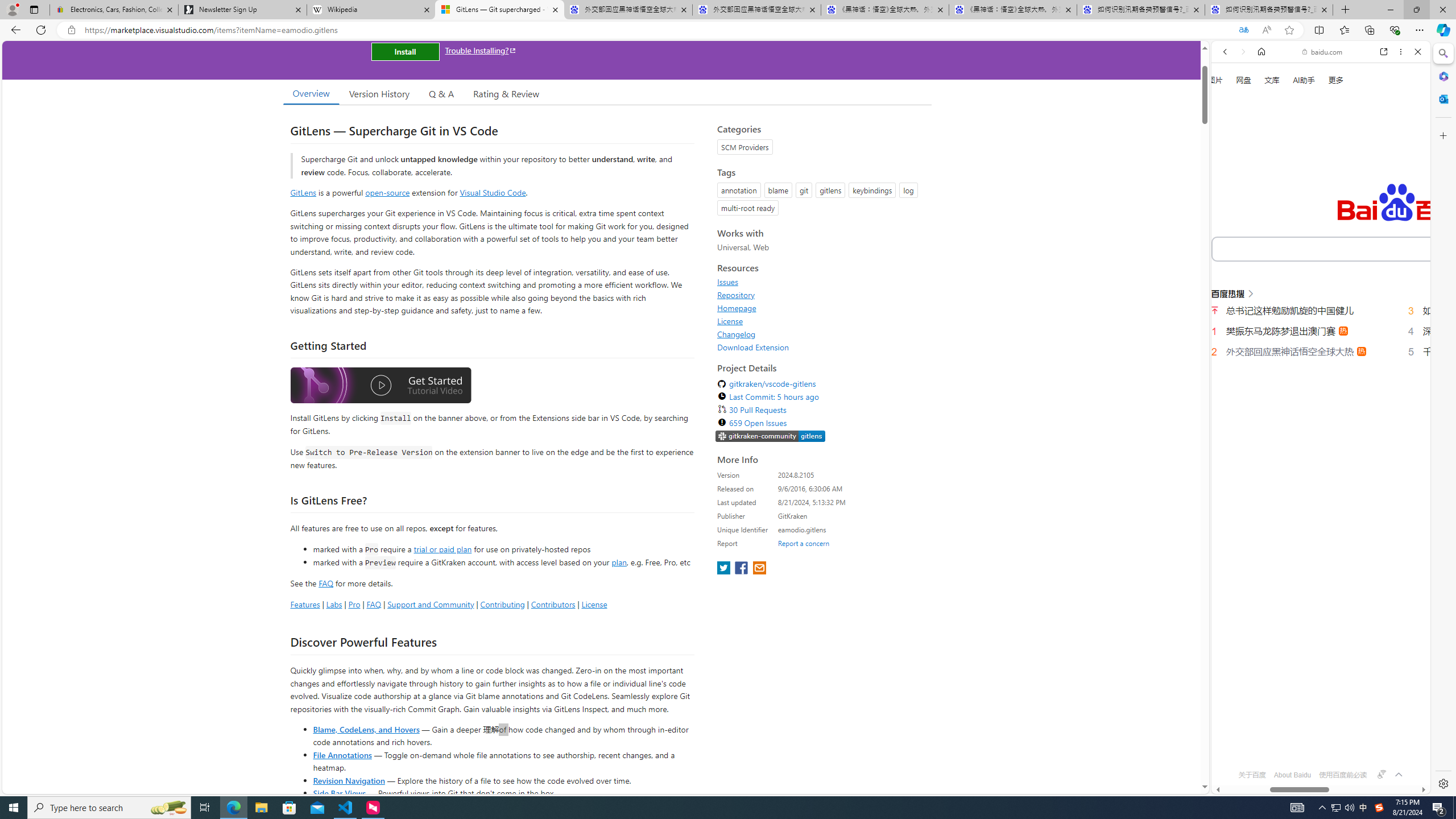 The image size is (1456, 819). What do you see at coordinates (303, 192) in the screenshot?
I see `'GitLens'` at bounding box center [303, 192].